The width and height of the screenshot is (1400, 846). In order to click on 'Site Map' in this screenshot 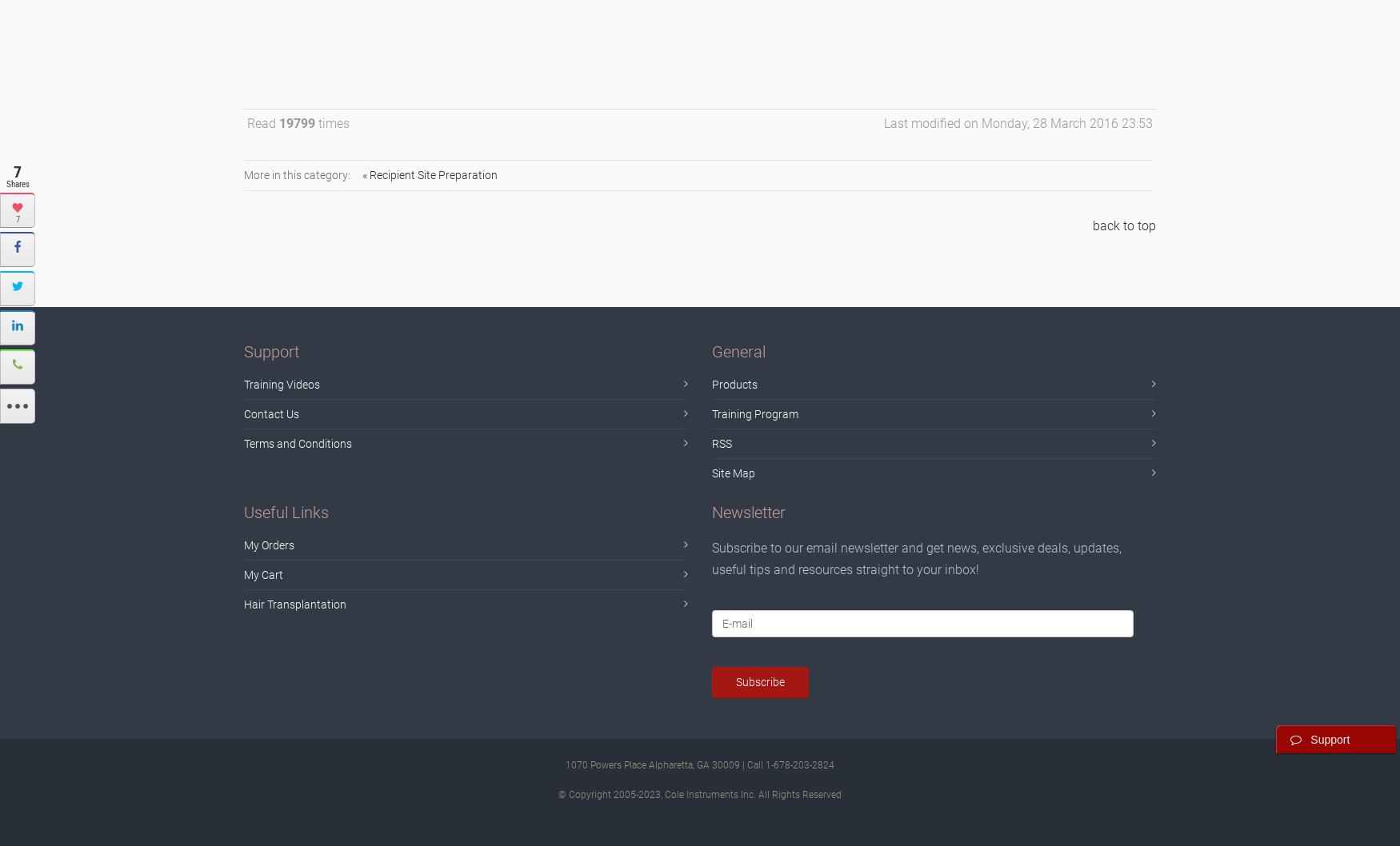, I will do `click(733, 472)`.